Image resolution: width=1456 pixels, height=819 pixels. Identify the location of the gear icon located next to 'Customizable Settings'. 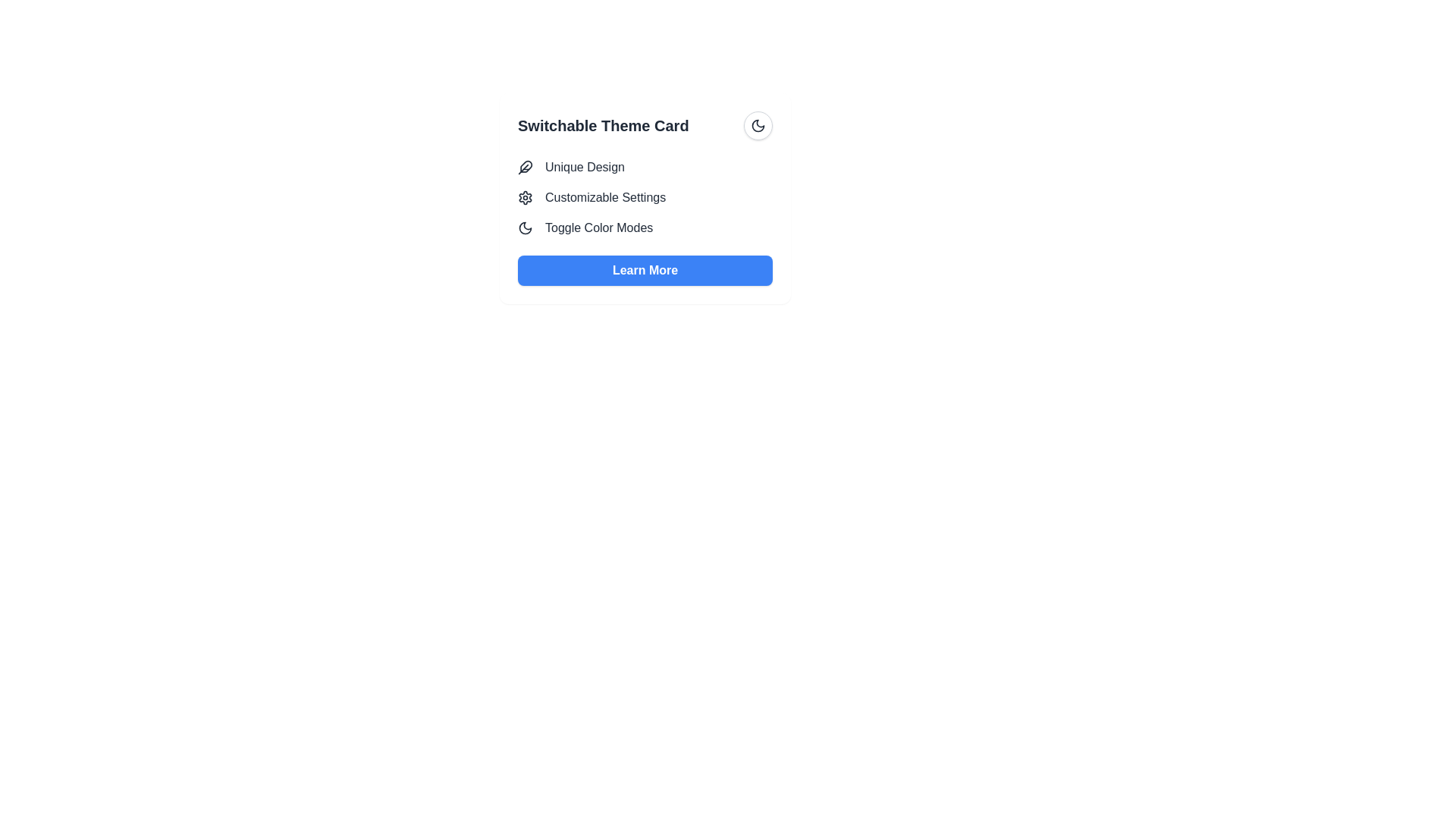
(525, 197).